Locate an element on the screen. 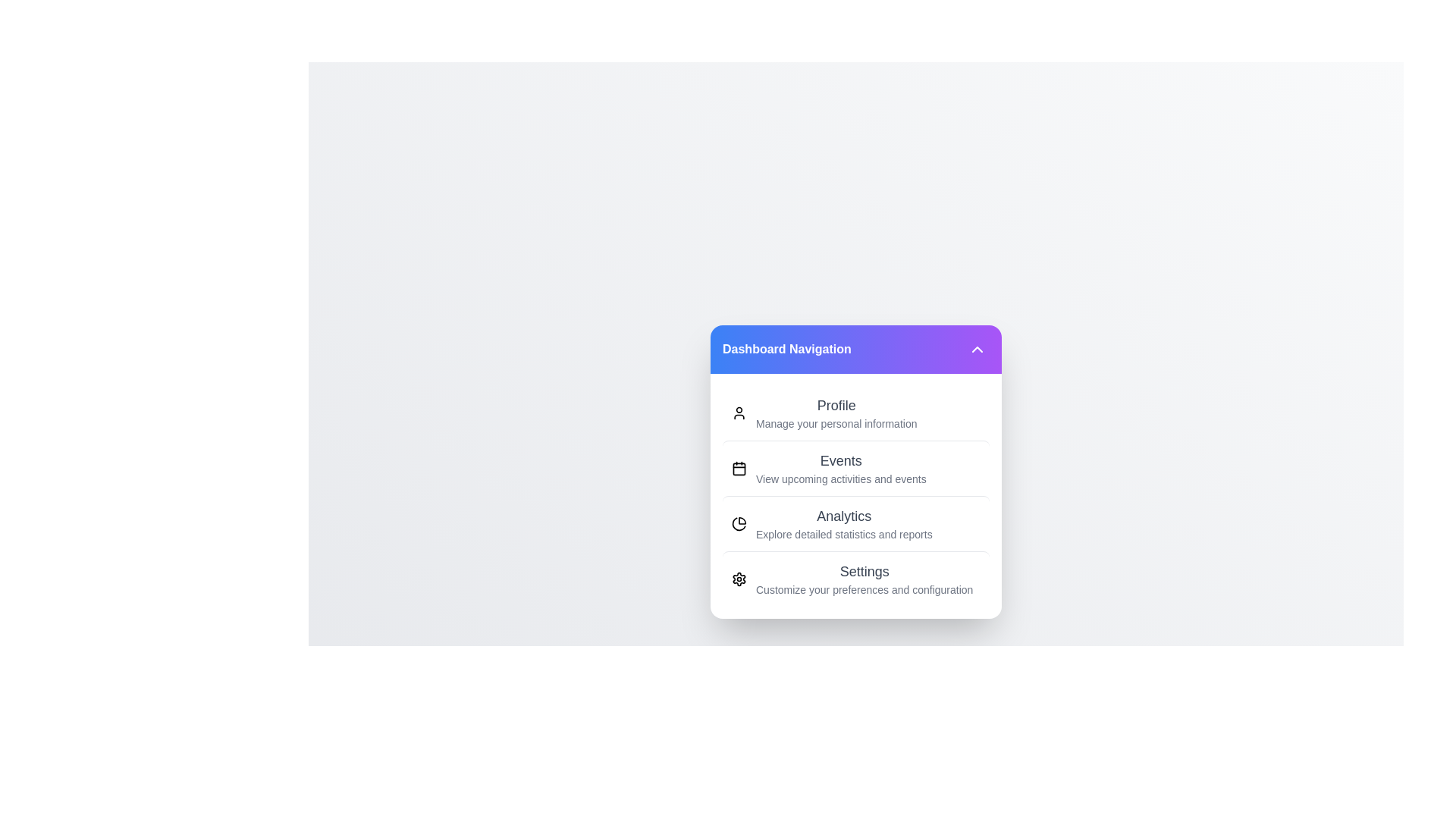 The image size is (1456, 819). the menu option Analytics is located at coordinates (855, 522).